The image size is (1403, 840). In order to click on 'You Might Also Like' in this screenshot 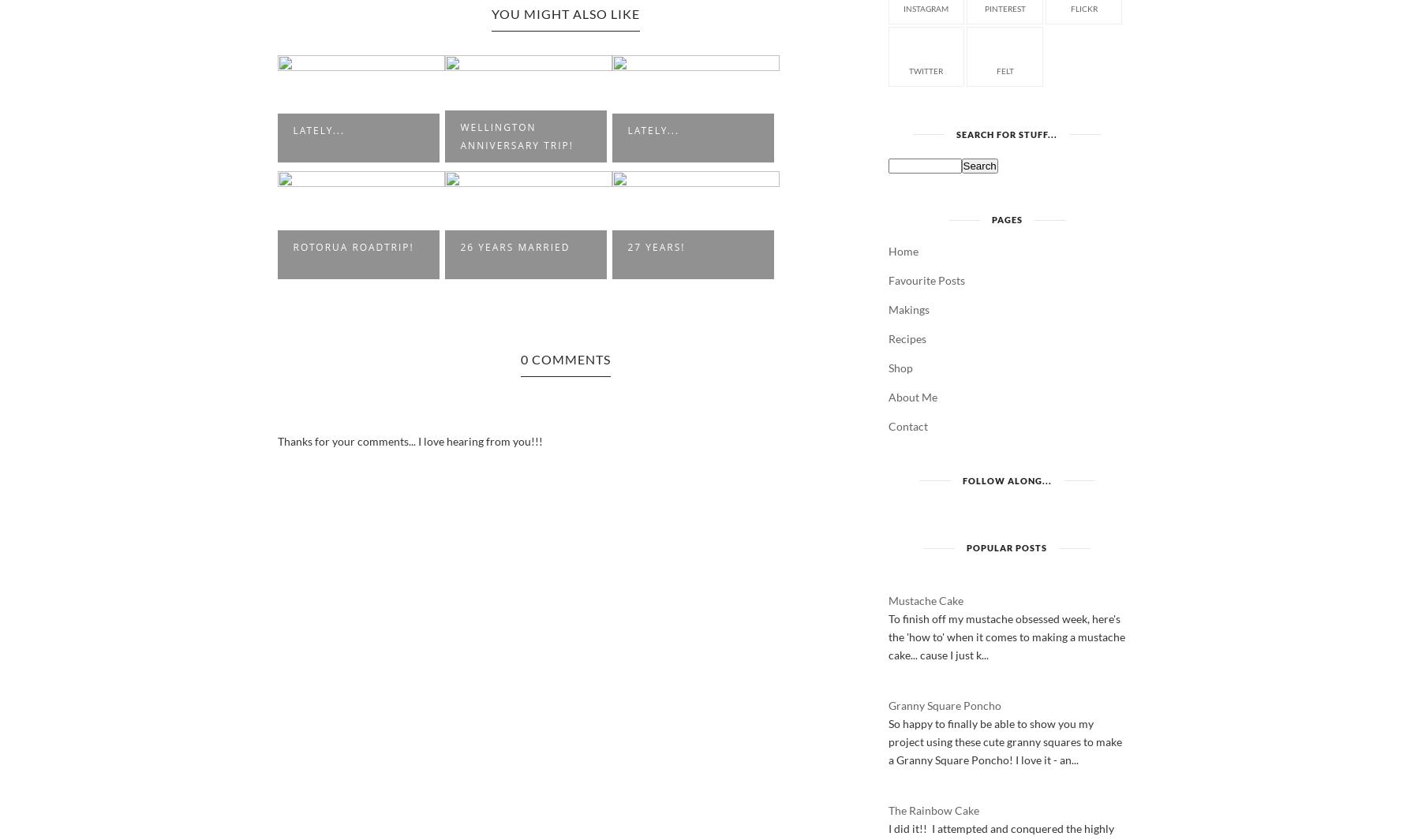, I will do `click(565, 13)`.